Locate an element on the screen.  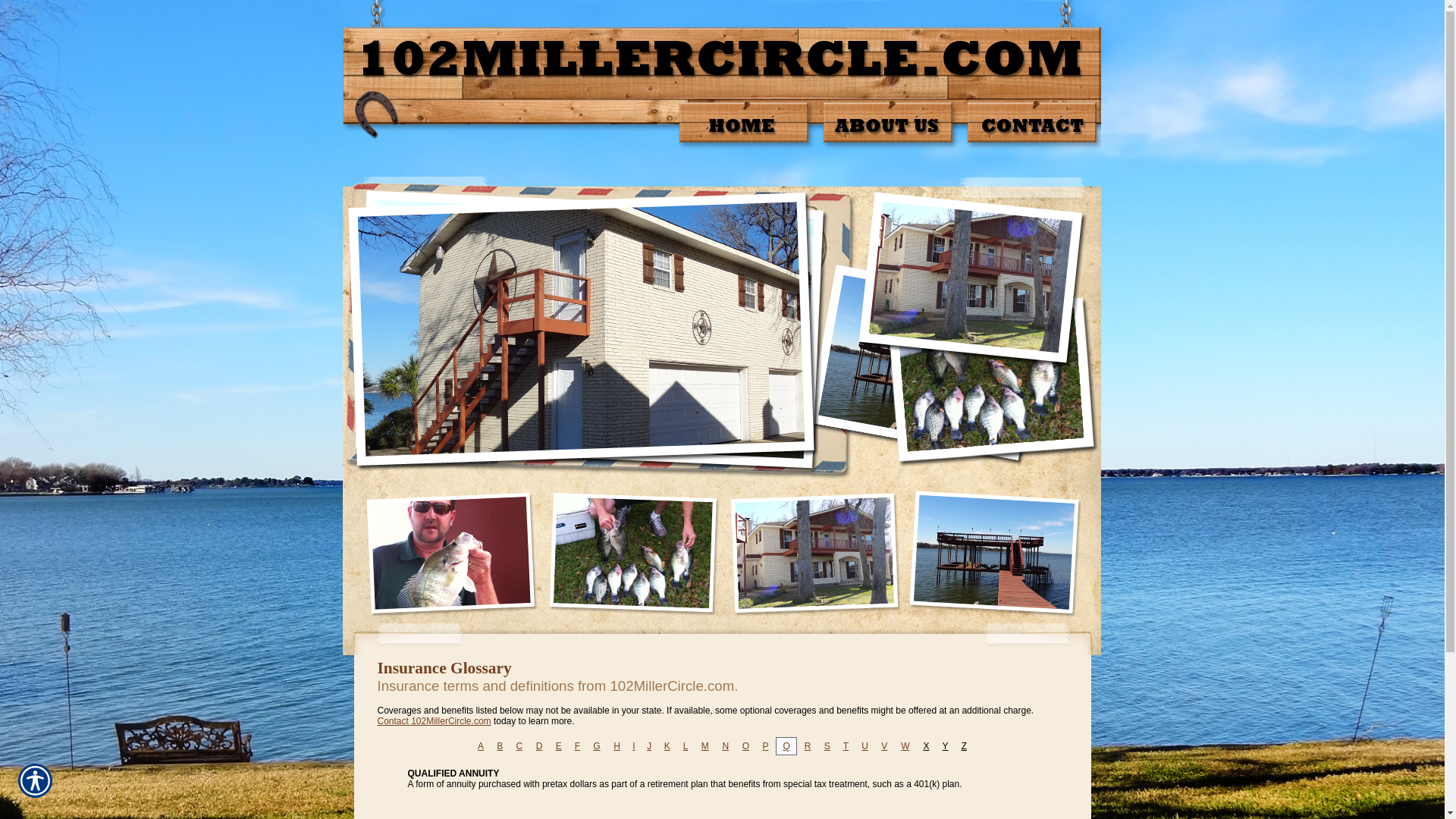
'F' is located at coordinates (576, 745).